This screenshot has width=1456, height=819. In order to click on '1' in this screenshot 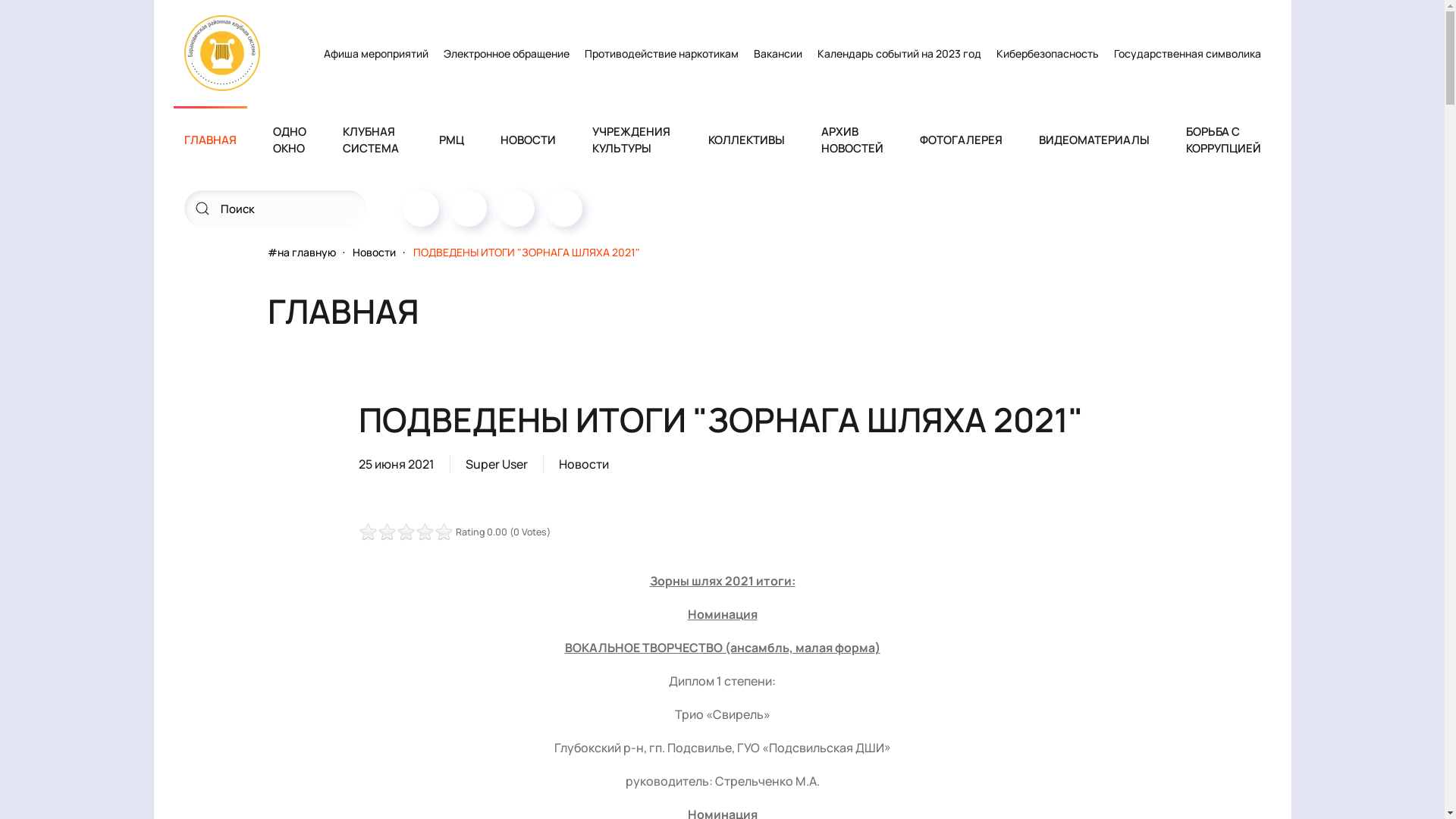, I will do `click(377, 531)`.